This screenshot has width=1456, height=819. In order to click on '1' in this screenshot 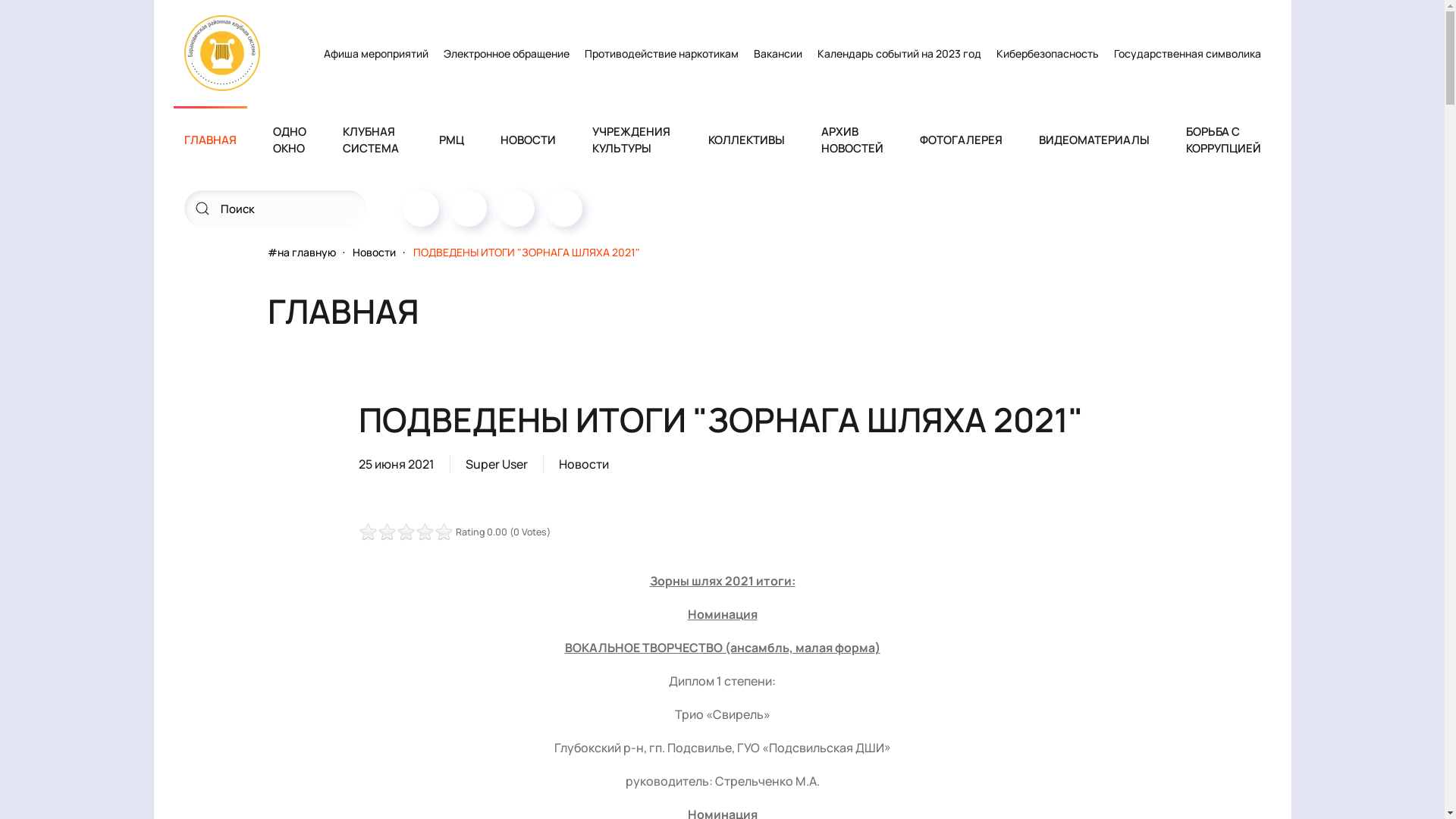, I will do `click(377, 531)`.